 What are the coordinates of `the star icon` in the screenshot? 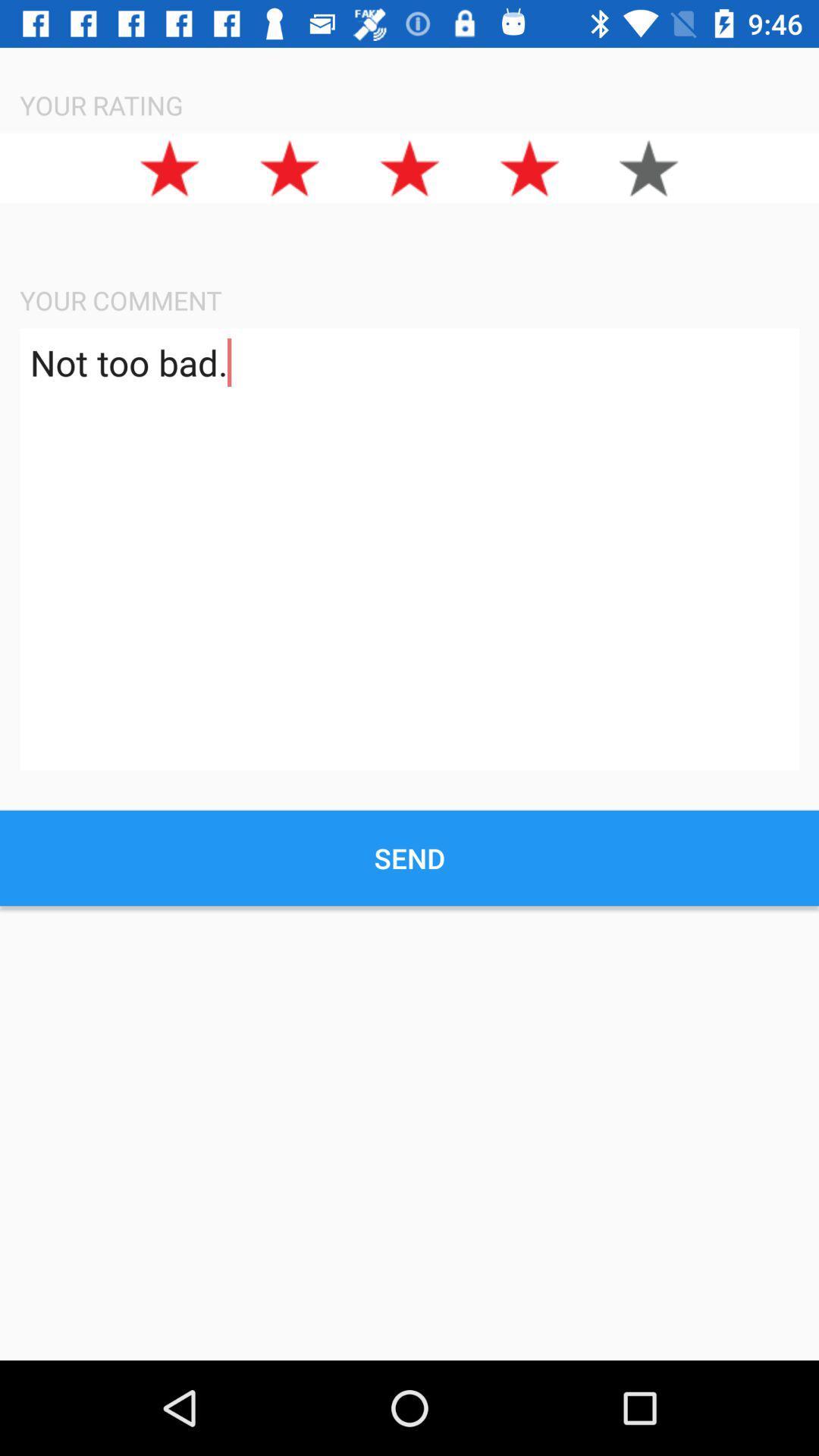 It's located at (408, 168).